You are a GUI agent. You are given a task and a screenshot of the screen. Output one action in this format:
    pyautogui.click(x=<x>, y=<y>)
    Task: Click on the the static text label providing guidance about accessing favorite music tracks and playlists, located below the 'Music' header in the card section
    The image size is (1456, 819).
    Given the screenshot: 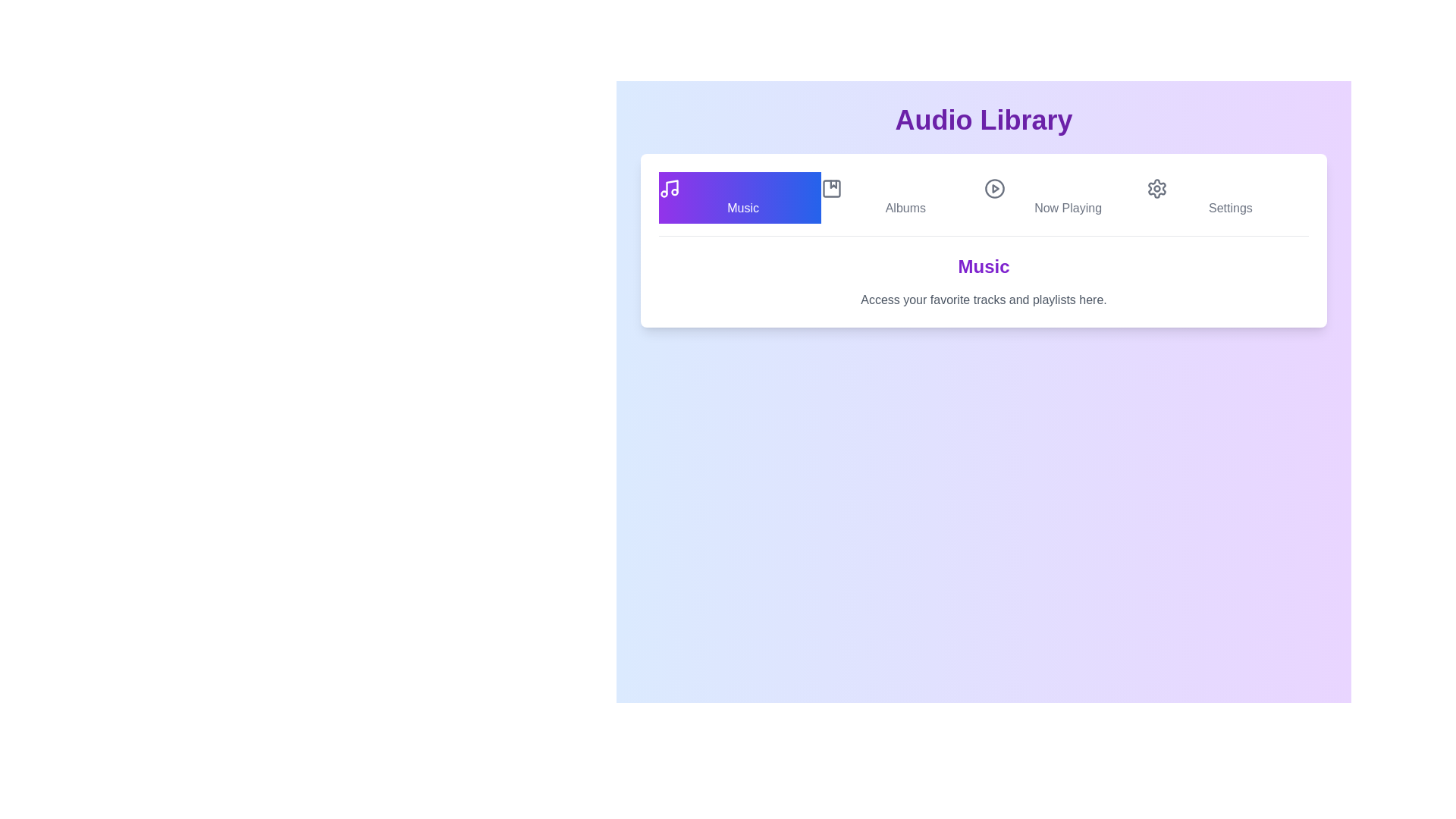 What is the action you would take?
    pyautogui.click(x=984, y=300)
    